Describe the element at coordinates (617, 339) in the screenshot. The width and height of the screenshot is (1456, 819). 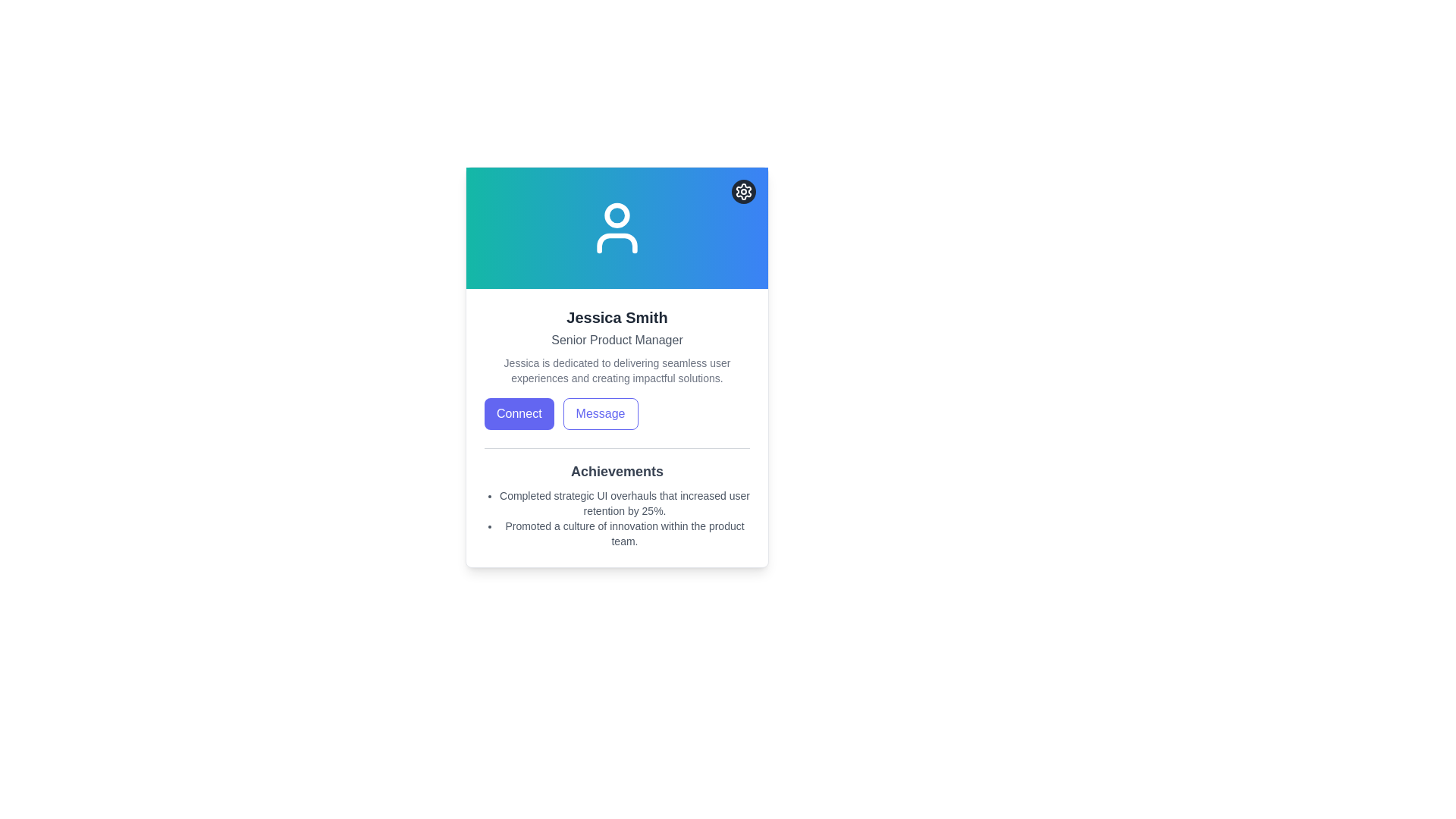
I see `the text displaying 'Senior Product Manager', which is positioned beneath the header 'Jessica Smith'` at that location.